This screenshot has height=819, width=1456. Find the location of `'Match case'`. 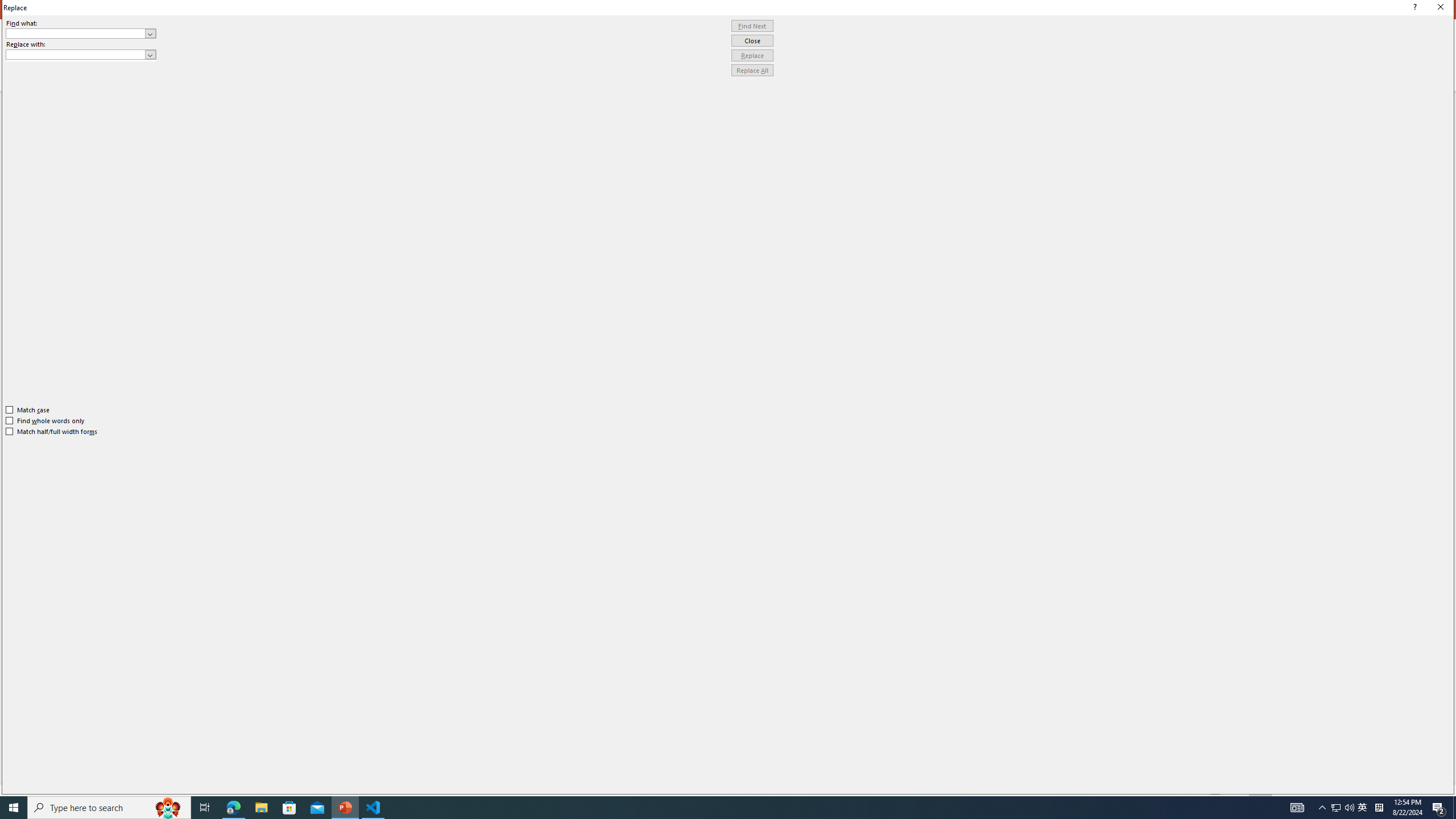

'Match case' is located at coordinates (27, 409).